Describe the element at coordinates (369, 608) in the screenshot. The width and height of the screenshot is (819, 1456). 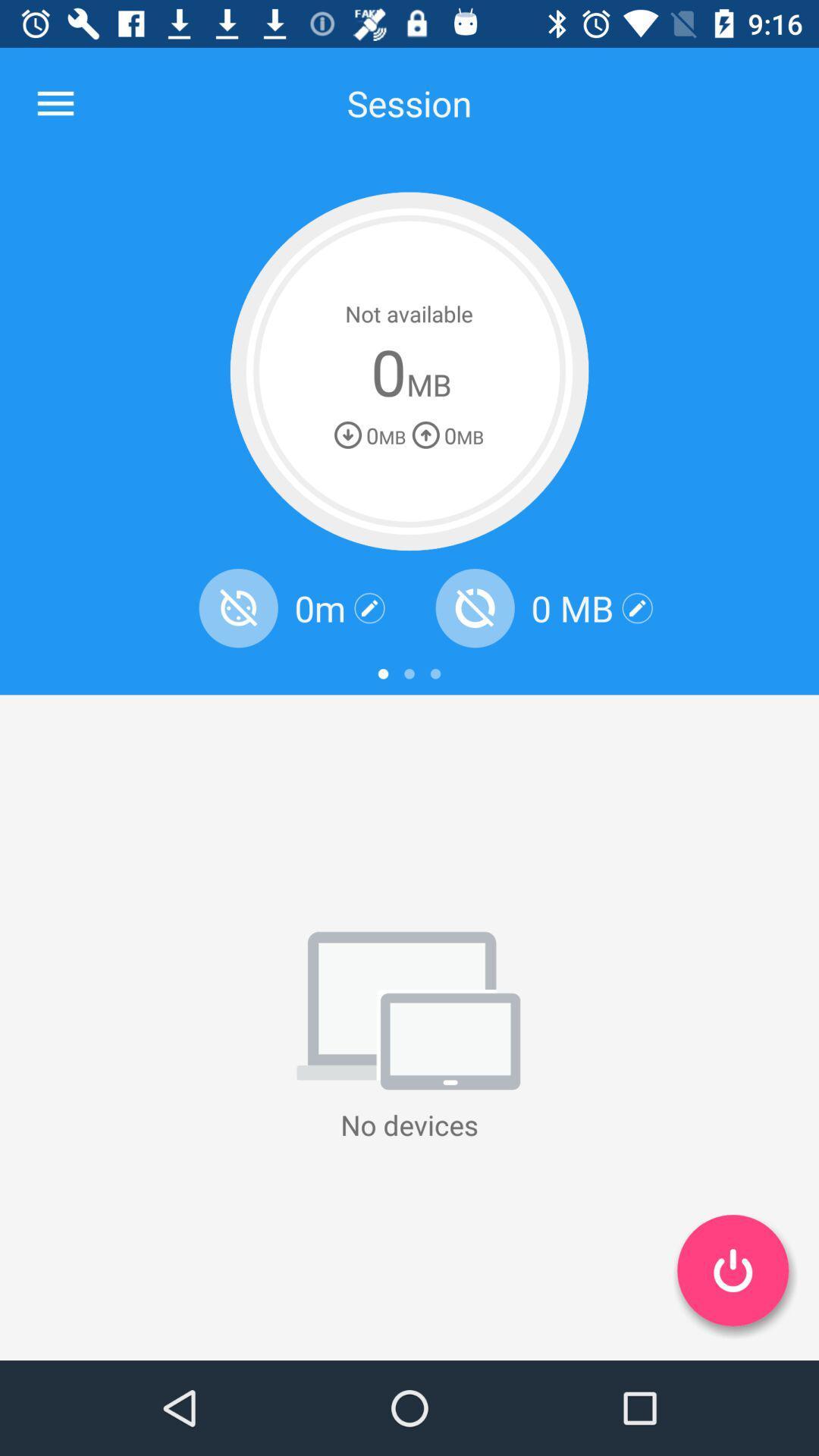
I see `edit` at that location.